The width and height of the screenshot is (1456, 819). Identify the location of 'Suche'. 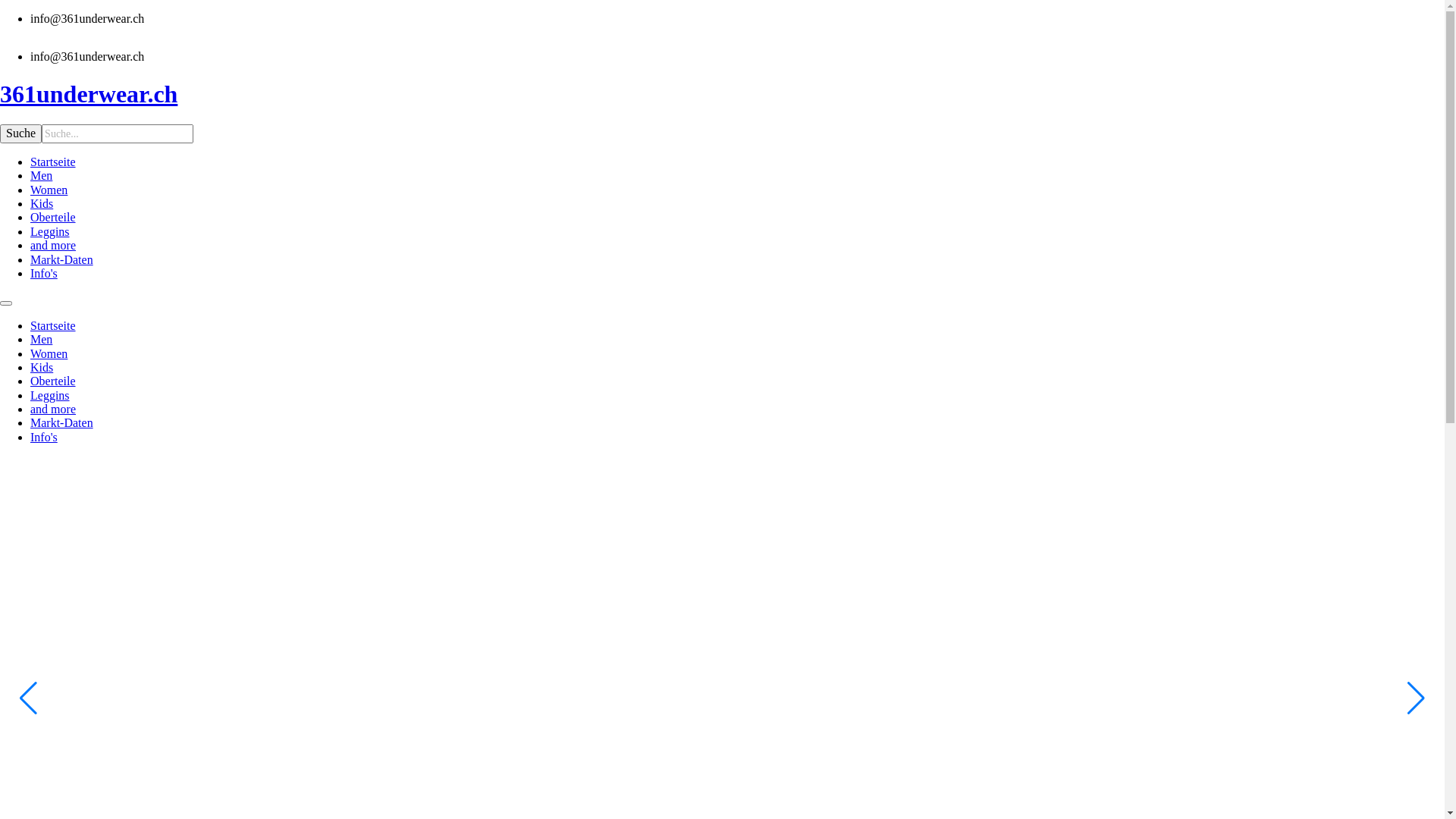
(20, 133).